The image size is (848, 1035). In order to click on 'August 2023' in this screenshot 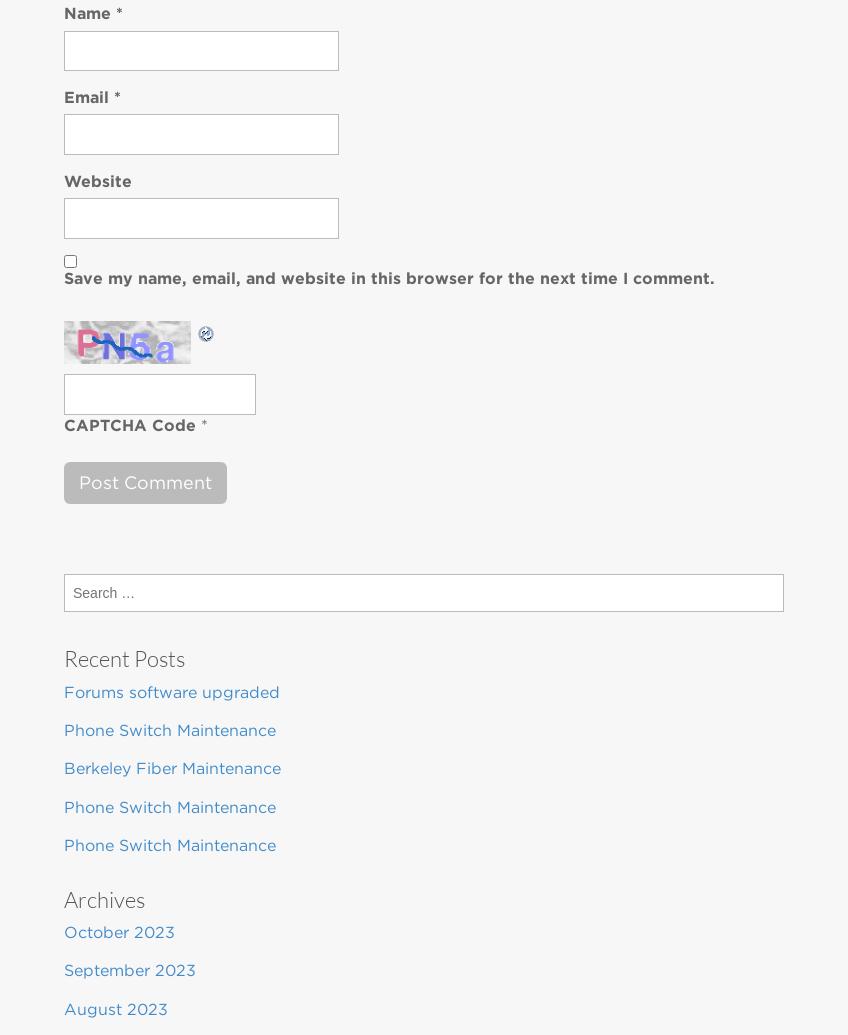, I will do `click(115, 1007)`.